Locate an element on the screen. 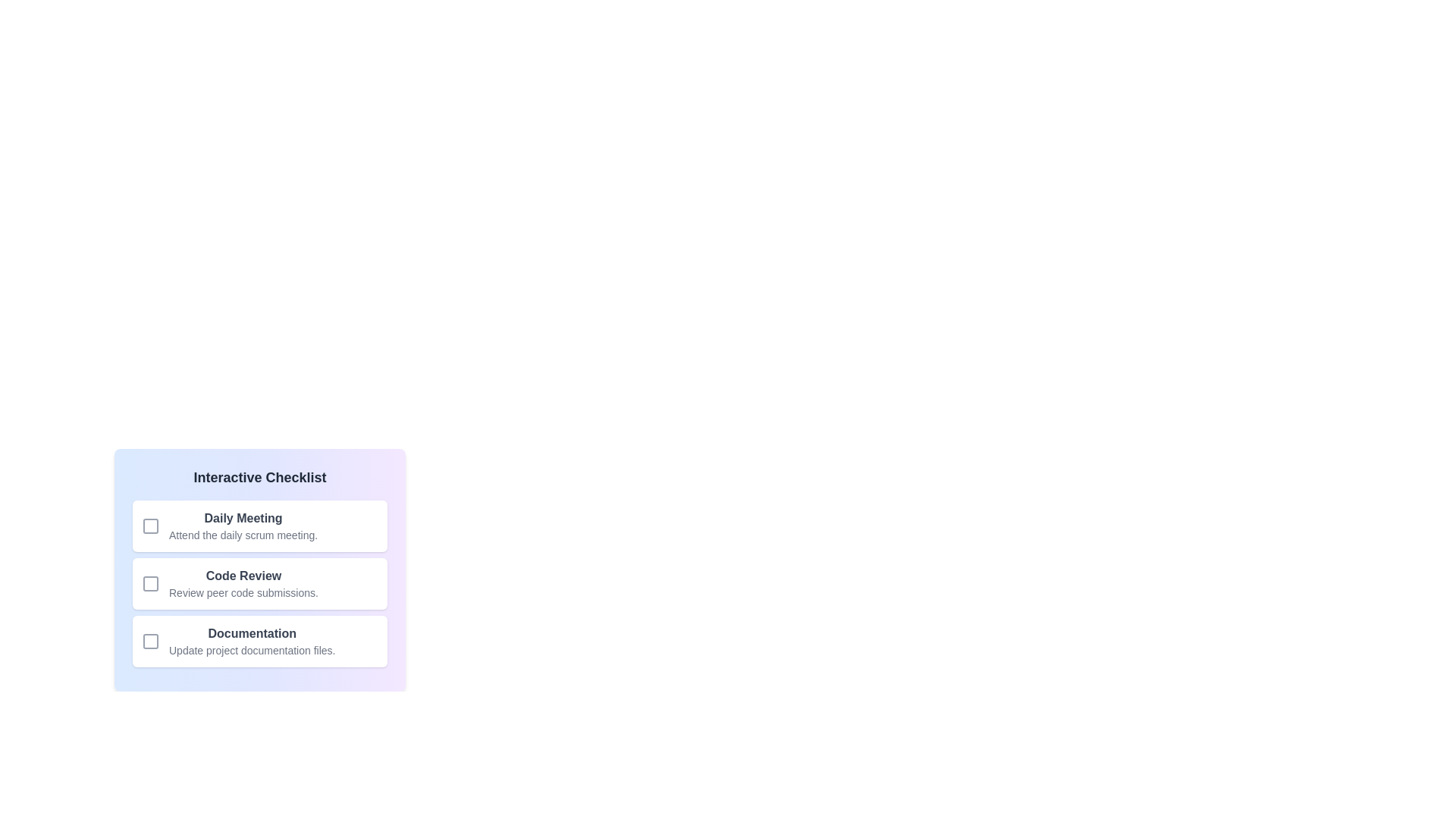  the static text label displaying 'Attend the daily scrum meeting.' which is located below the bold title 'Daily Meeting' in the interactive checklist is located at coordinates (243, 534).